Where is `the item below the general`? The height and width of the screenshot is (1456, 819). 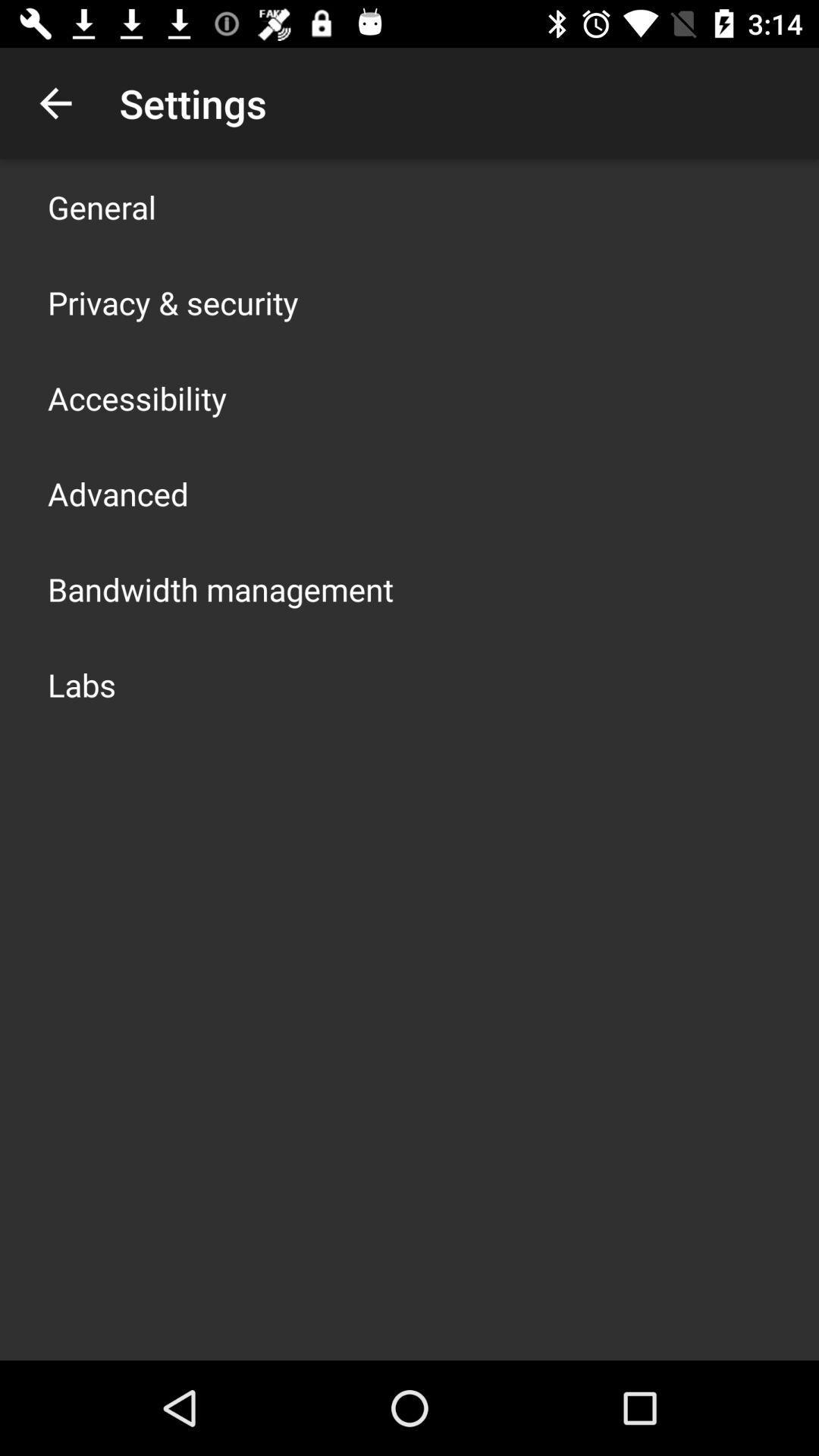 the item below the general is located at coordinates (172, 302).